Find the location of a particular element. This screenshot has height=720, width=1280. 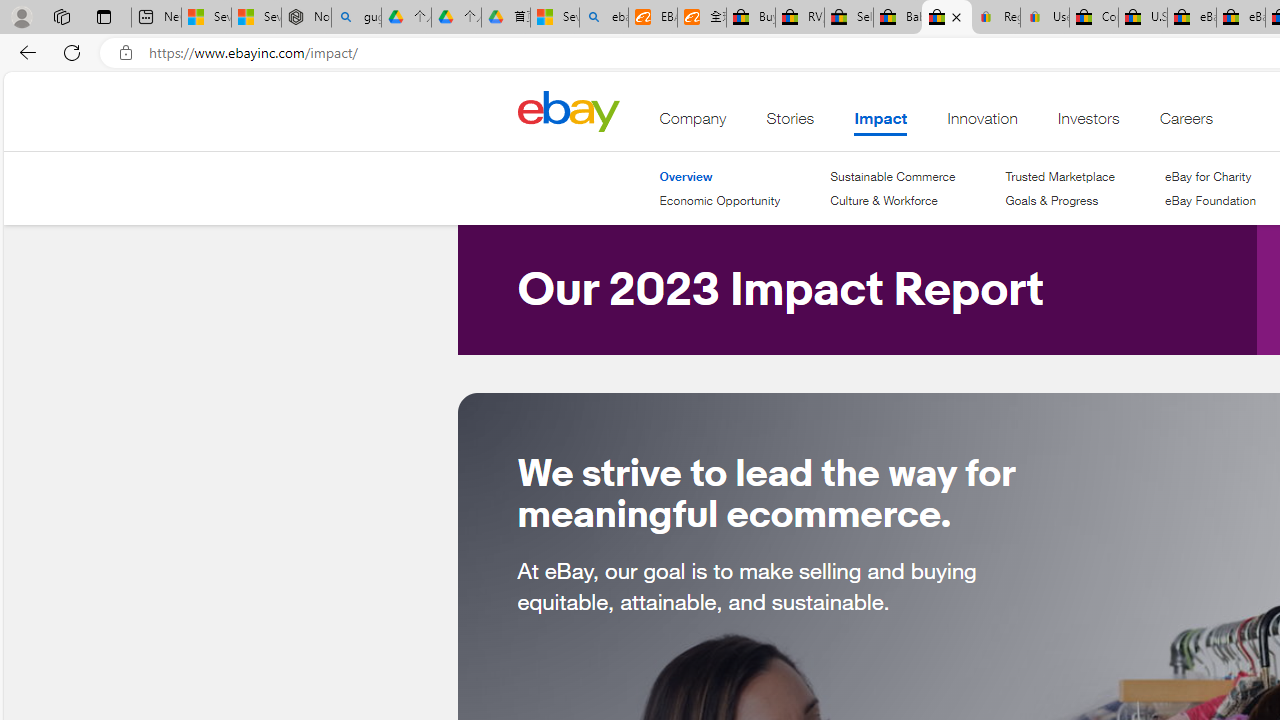

'eBay Impact - eBay Inc.' is located at coordinates (946, 17).